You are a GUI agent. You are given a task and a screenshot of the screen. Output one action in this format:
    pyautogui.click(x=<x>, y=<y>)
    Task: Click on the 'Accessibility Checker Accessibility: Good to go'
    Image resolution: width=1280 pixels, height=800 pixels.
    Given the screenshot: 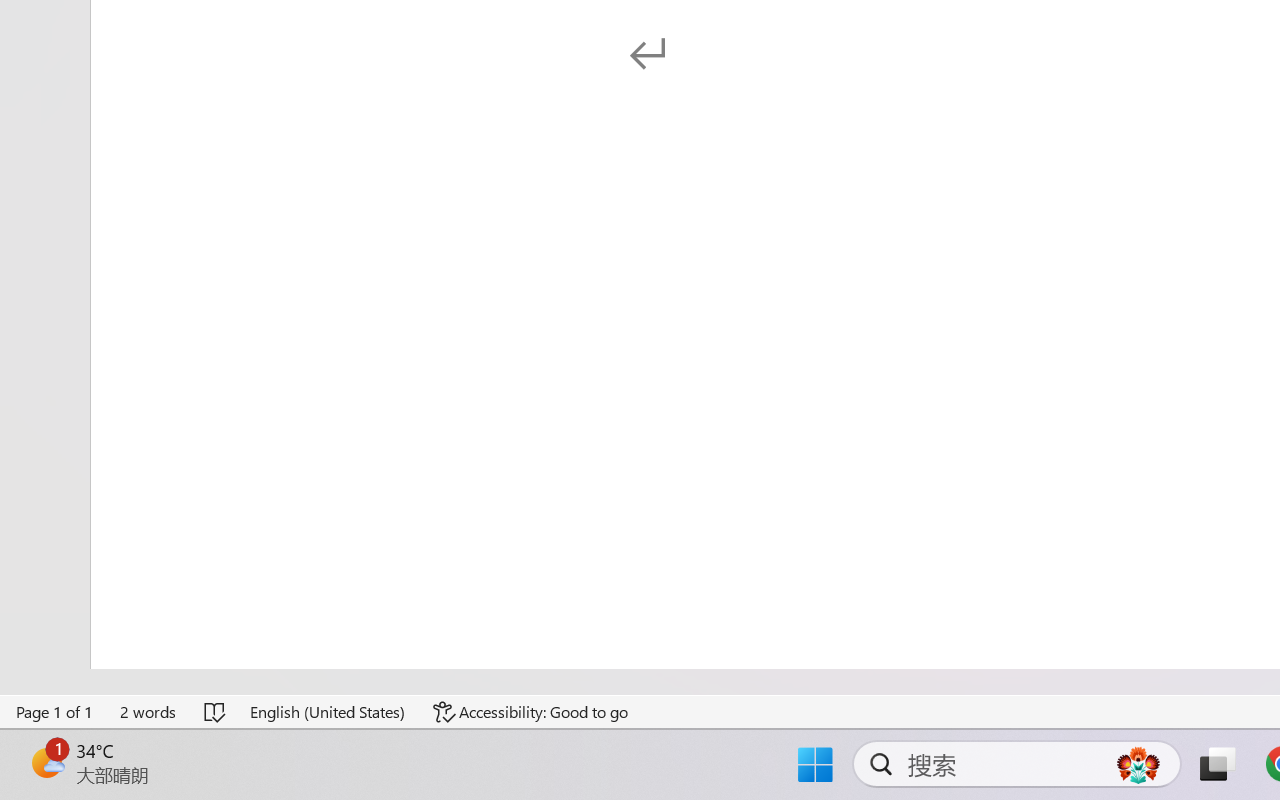 What is the action you would take?
    pyautogui.click(x=531, y=711)
    